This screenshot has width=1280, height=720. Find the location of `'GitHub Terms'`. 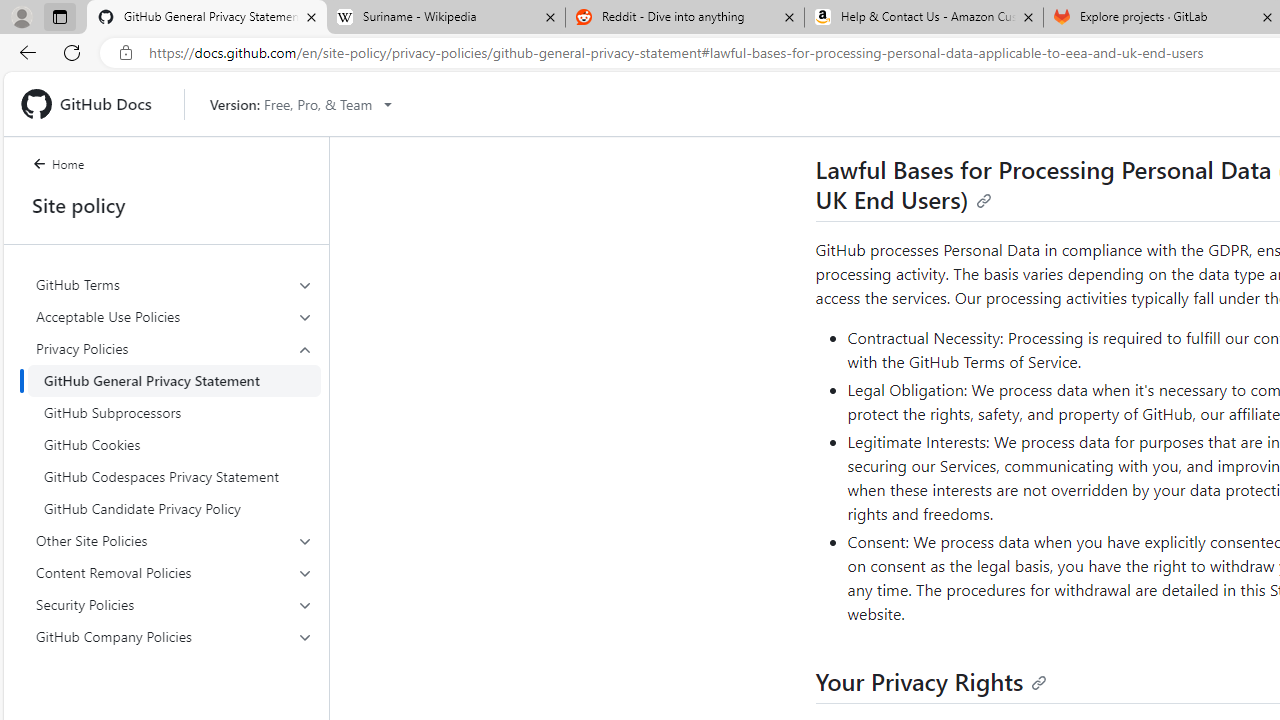

'GitHub Terms' is located at coordinates (174, 285).